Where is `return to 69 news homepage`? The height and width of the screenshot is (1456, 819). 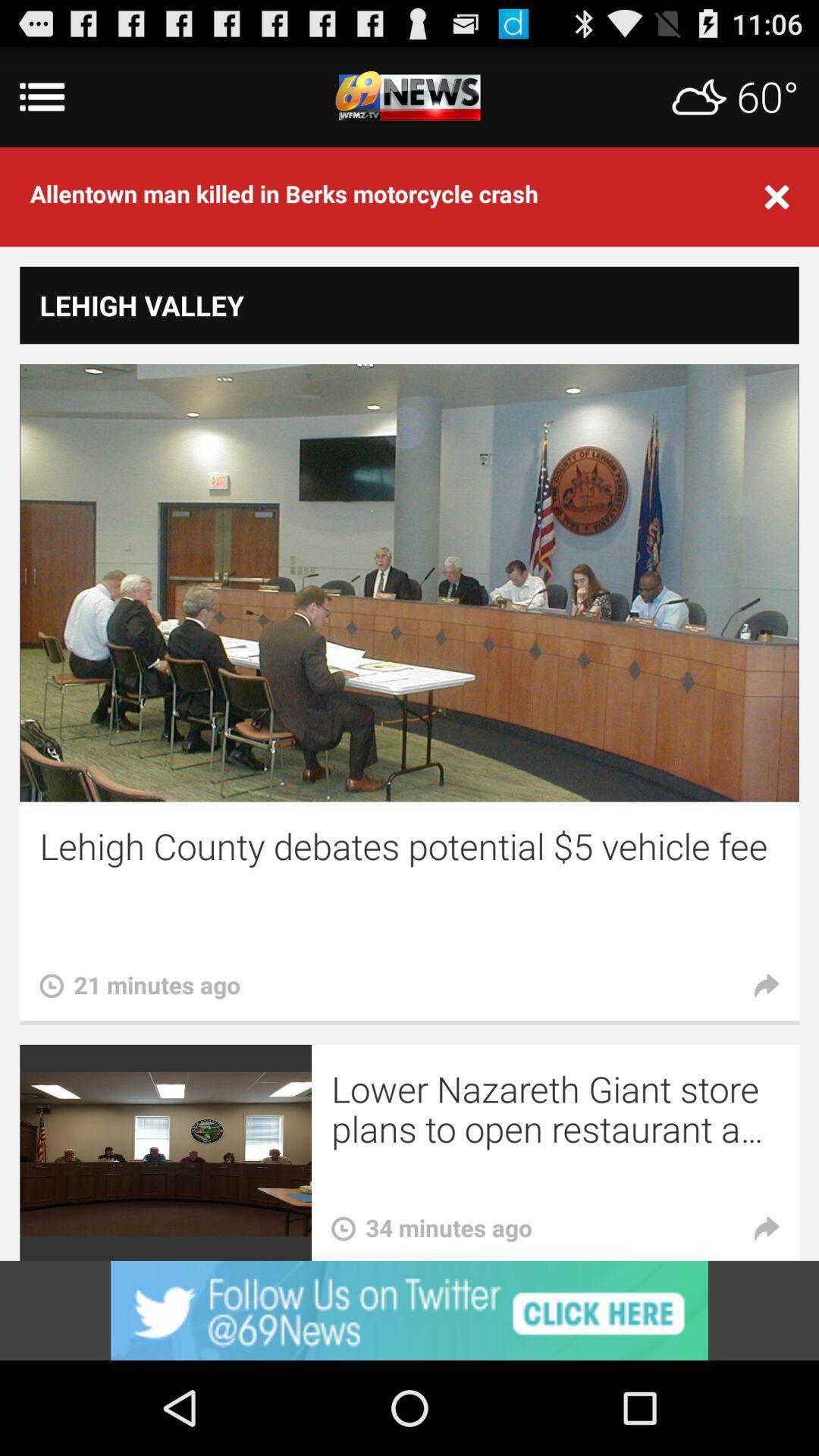
return to 69 news homepage is located at coordinates (409, 96).